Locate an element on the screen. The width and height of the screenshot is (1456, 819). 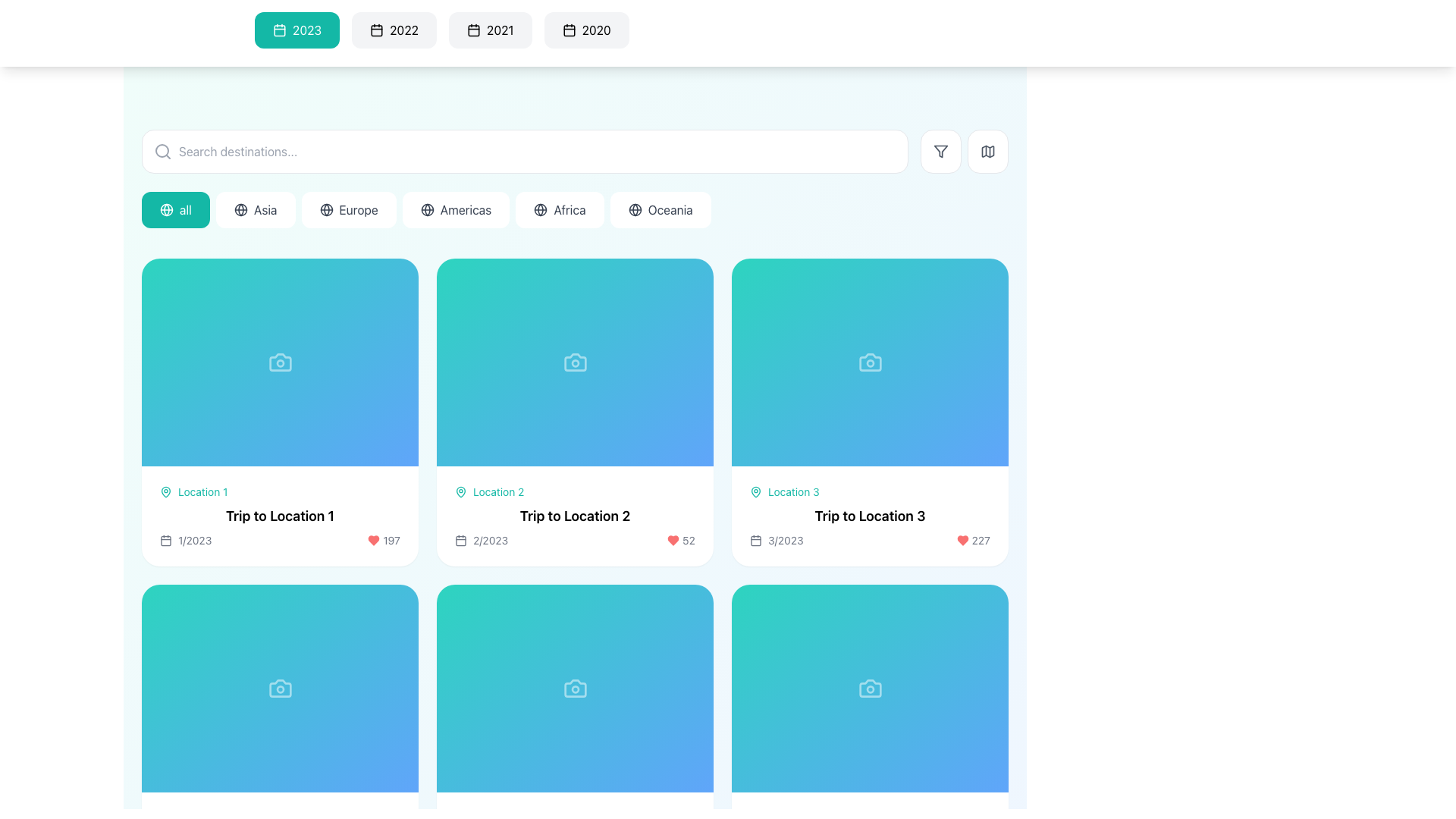
the share button located in the upper-right section of the card labeled 'Trip to Location 2' is located at coordinates (687, 284).